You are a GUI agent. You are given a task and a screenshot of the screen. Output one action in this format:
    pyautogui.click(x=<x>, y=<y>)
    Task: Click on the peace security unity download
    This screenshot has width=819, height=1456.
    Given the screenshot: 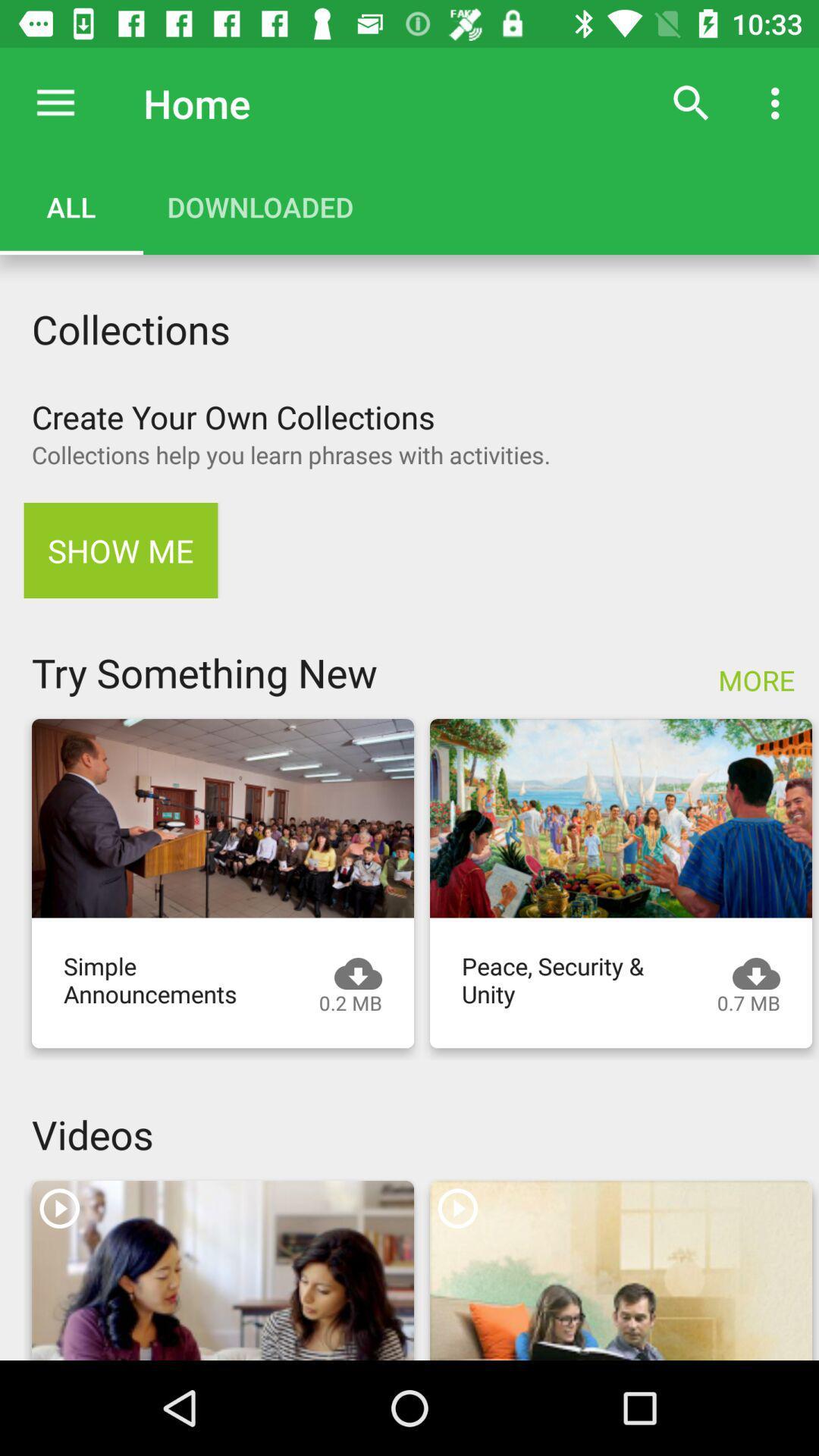 What is the action you would take?
    pyautogui.click(x=620, y=817)
    